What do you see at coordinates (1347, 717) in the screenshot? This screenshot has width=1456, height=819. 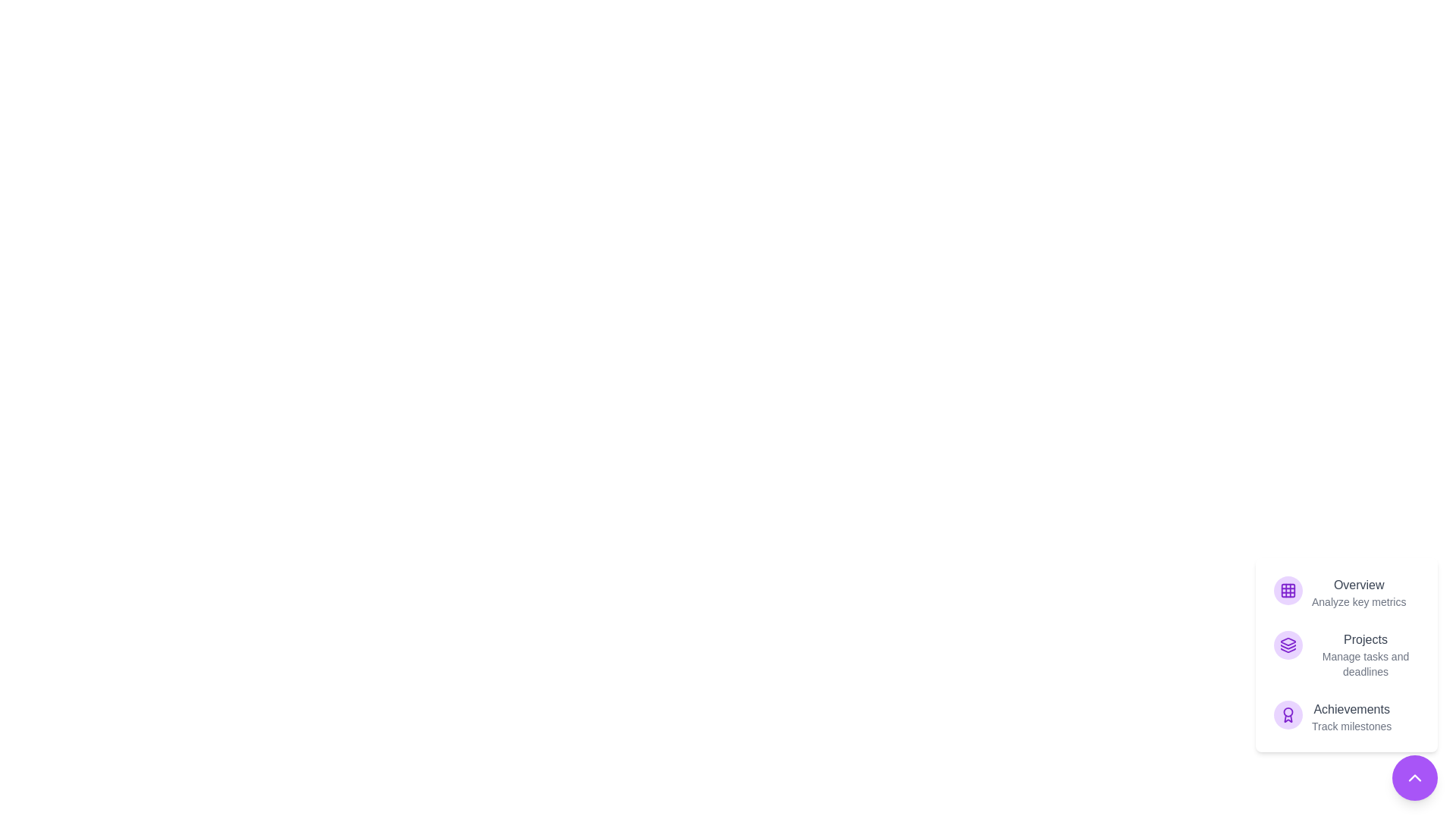 I see `the quick access item Achievements` at bounding box center [1347, 717].